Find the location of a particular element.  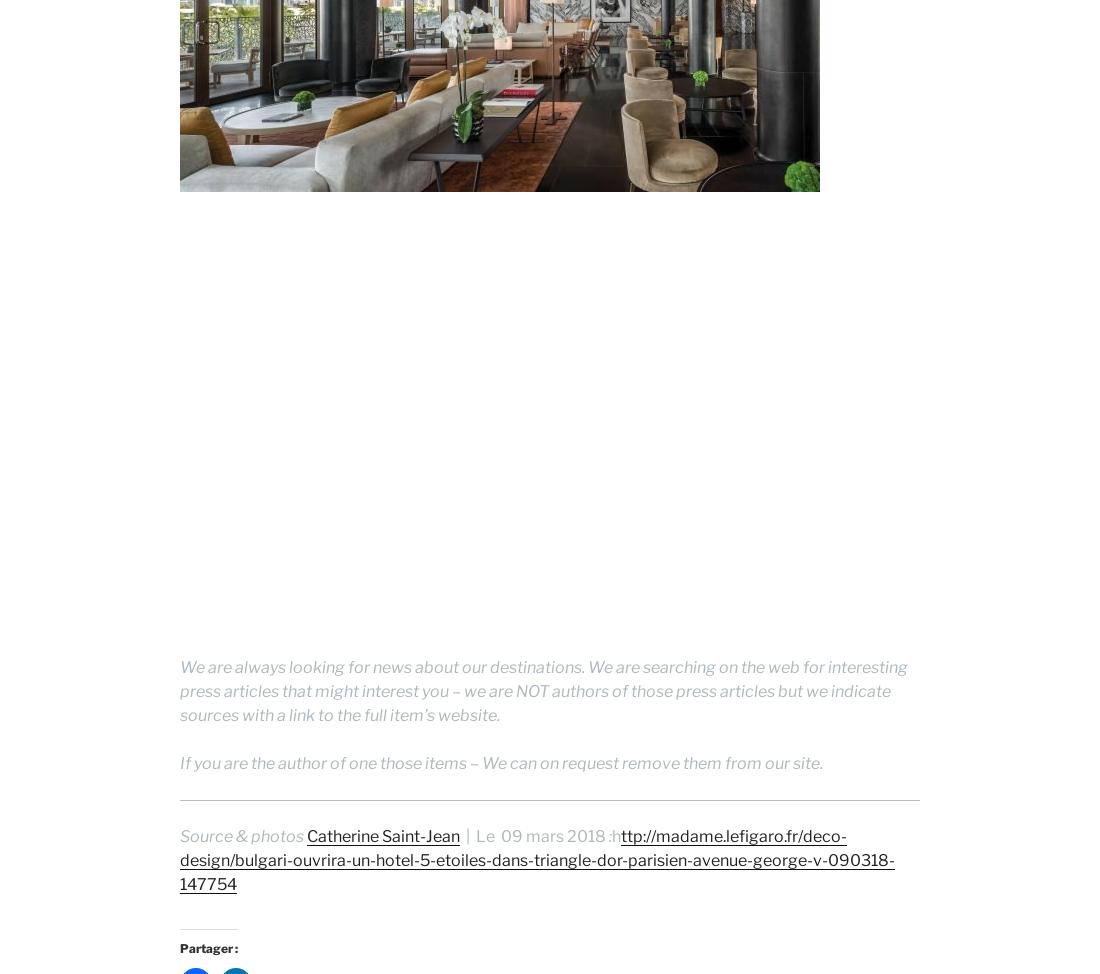

'Source & photos' is located at coordinates (243, 835).